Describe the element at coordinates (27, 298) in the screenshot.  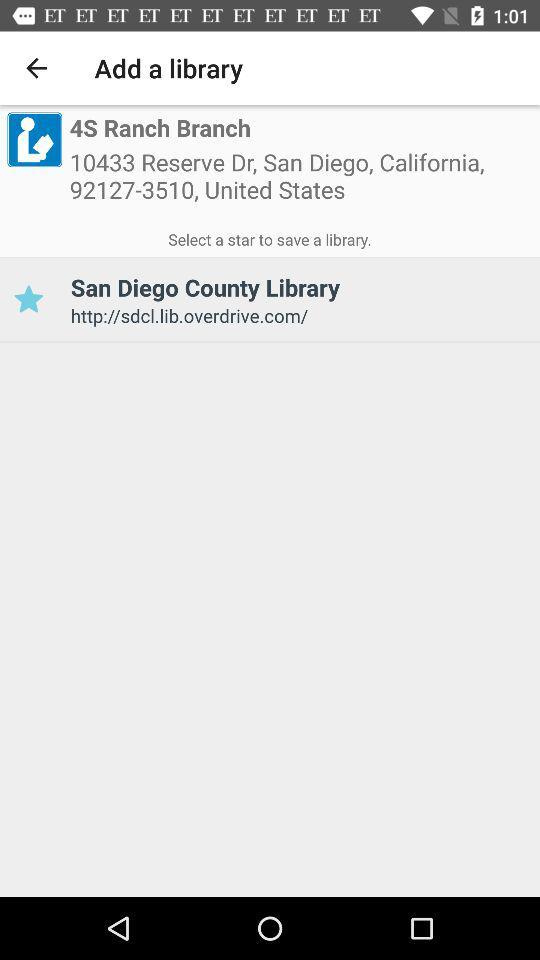
I see `san diego county library` at that location.